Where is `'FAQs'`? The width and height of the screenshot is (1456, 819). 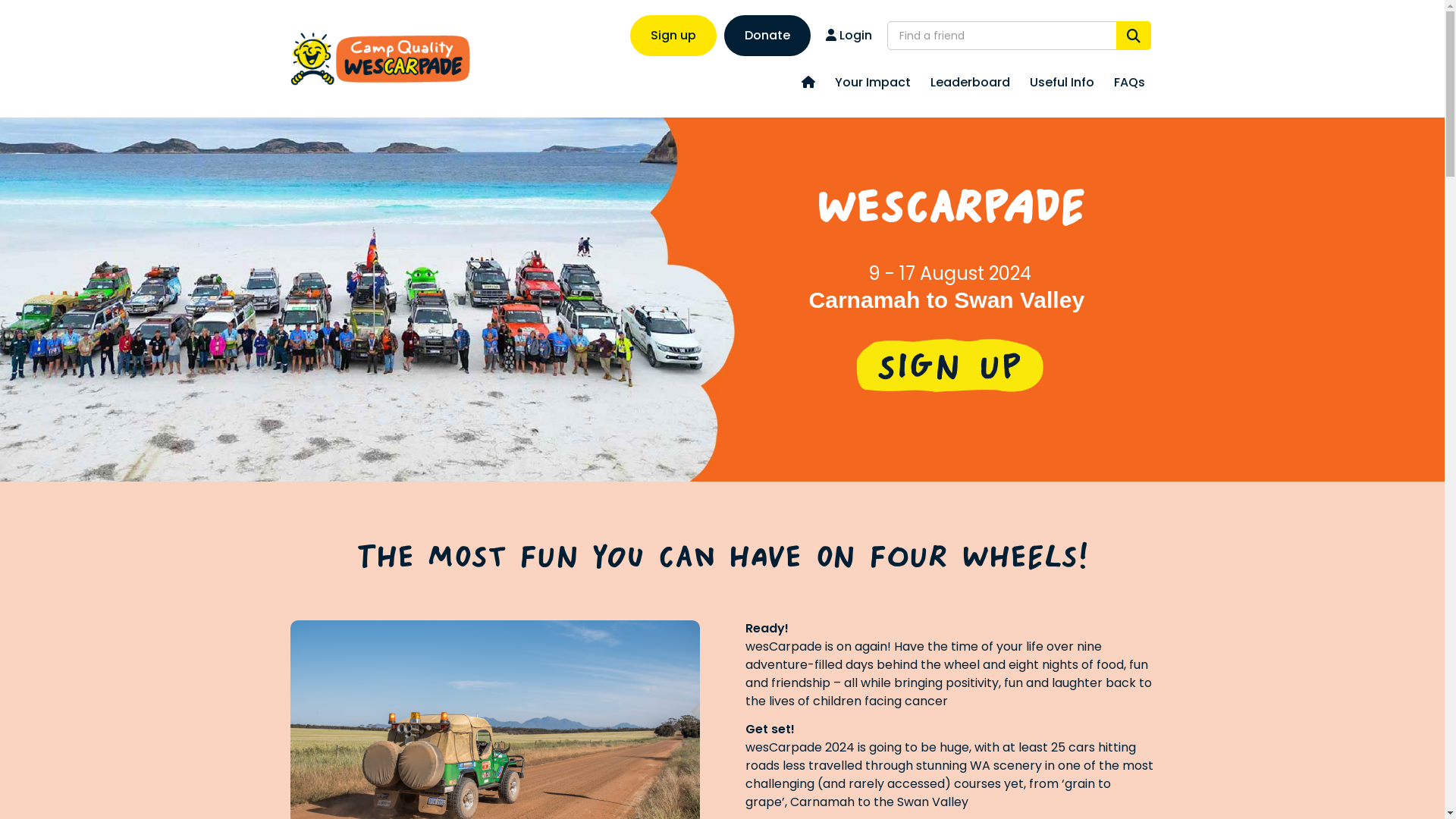
'FAQs' is located at coordinates (1129, 83).